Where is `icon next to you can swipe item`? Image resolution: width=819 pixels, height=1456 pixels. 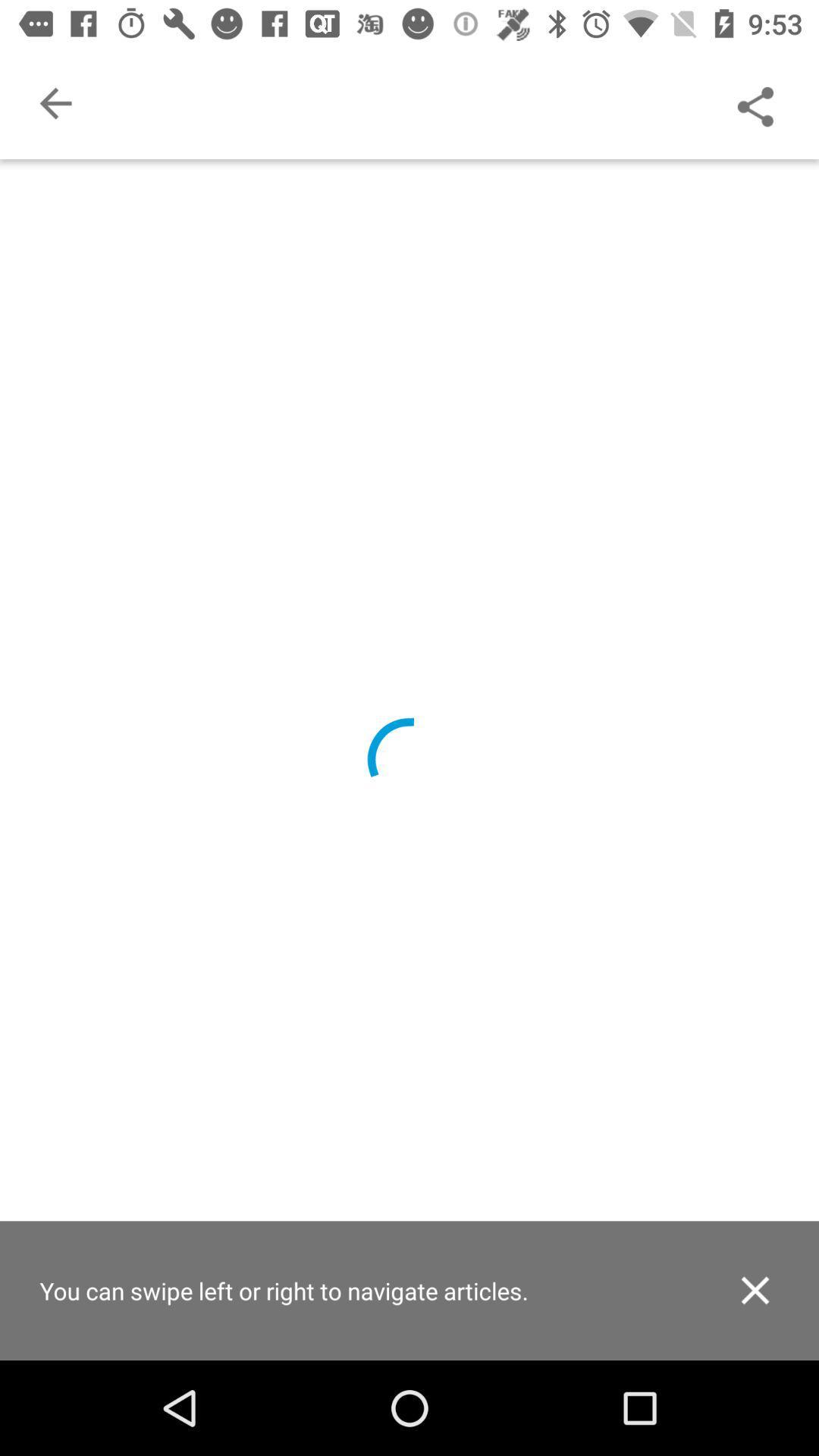 icon next to you can swipe item is located at coordinates (755, 1289).